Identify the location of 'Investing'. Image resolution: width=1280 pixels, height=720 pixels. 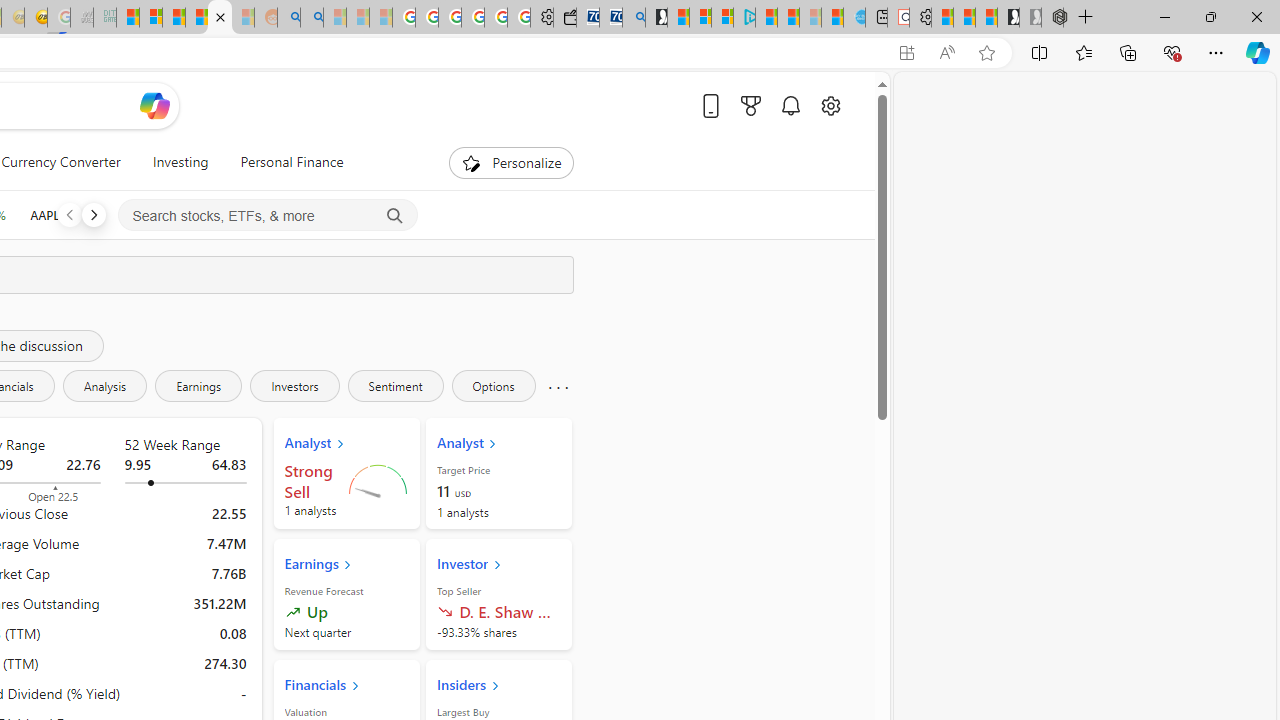
(180, 162).